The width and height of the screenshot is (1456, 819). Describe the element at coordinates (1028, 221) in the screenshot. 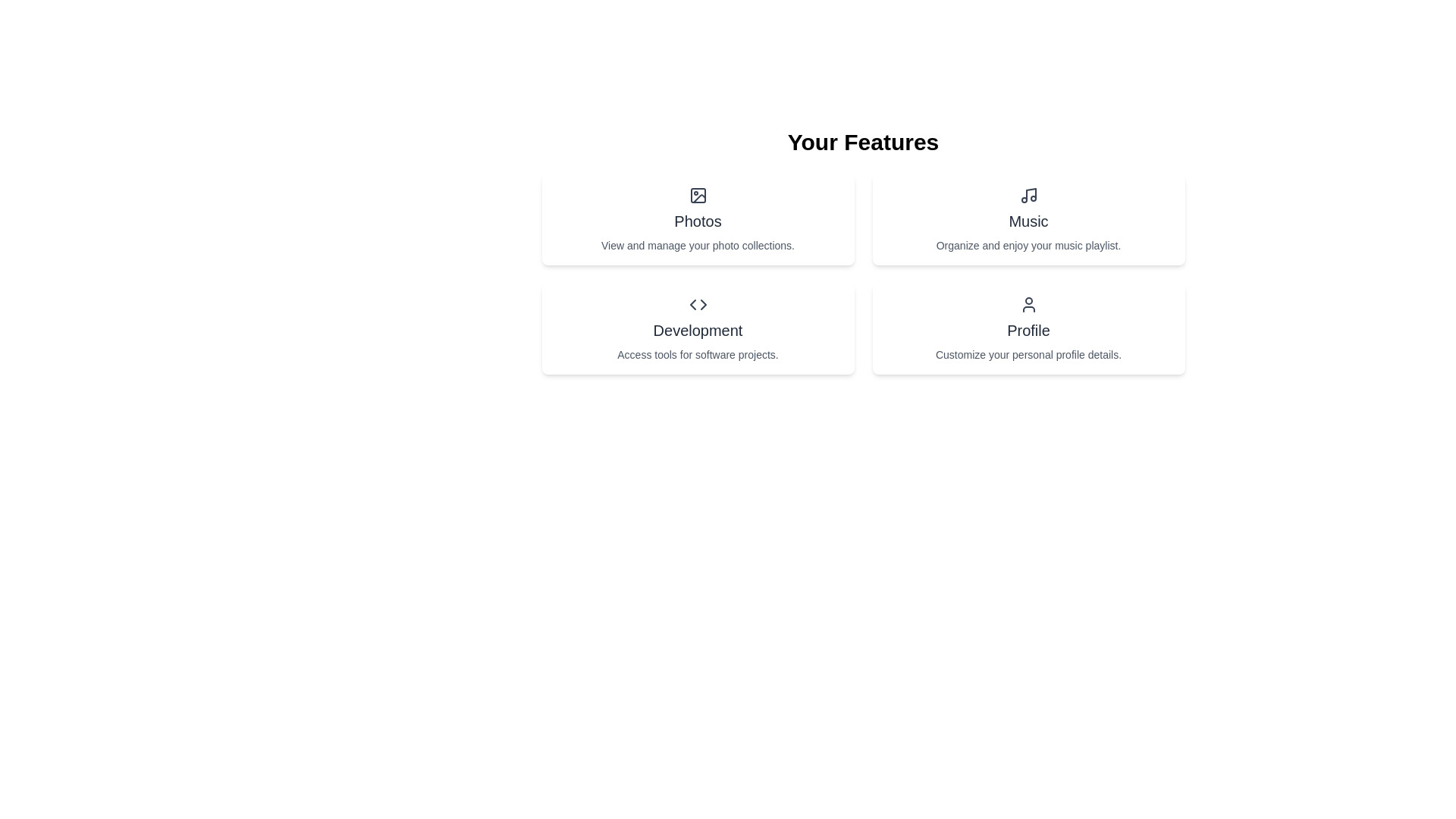

I see `'Music' label element, which is a prominent text label styled in a larger font, located in the top-right card of a 2x2 grid layout` at that location.